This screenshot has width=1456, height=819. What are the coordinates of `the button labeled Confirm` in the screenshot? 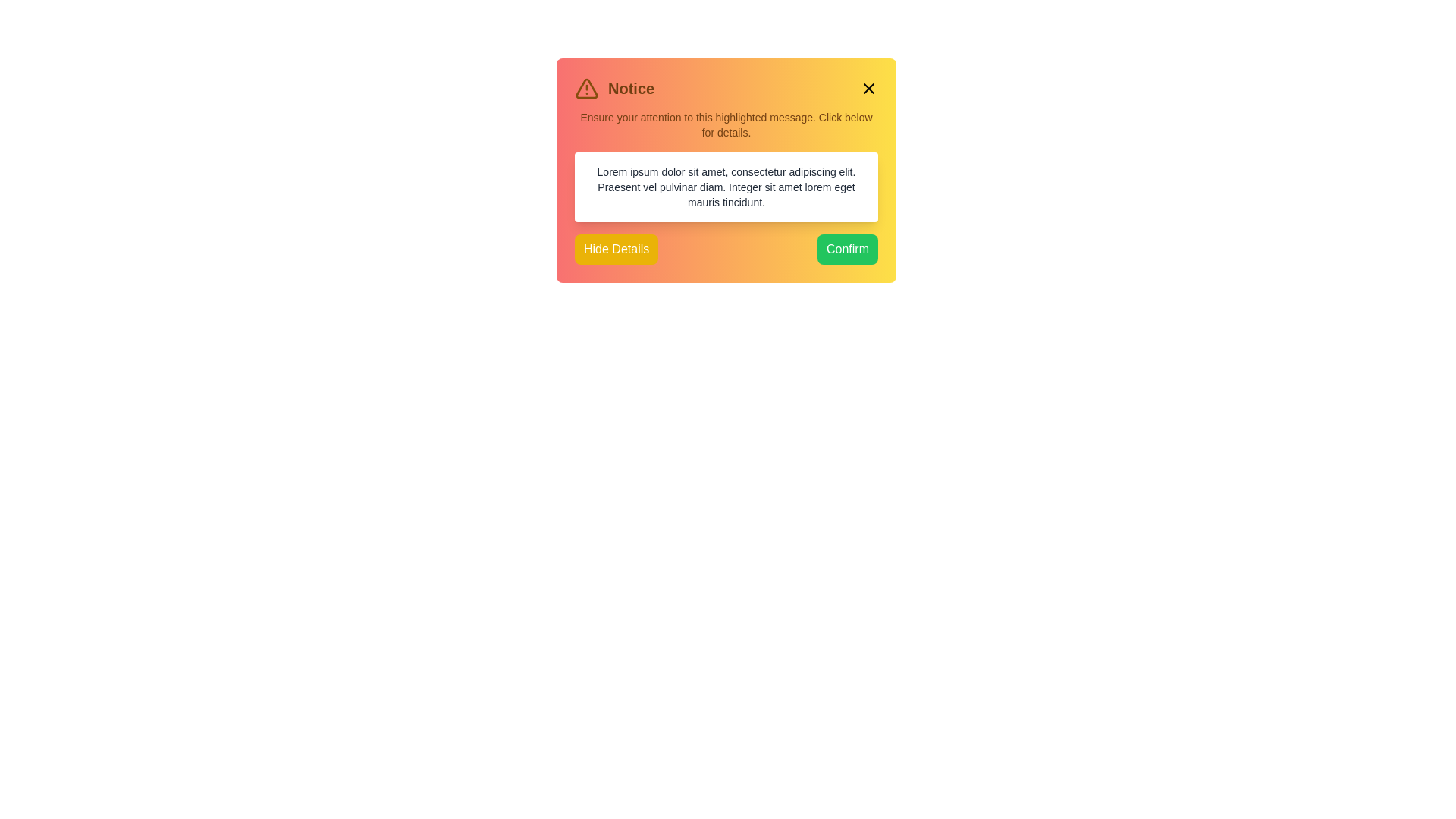 It's located at (847, 248).